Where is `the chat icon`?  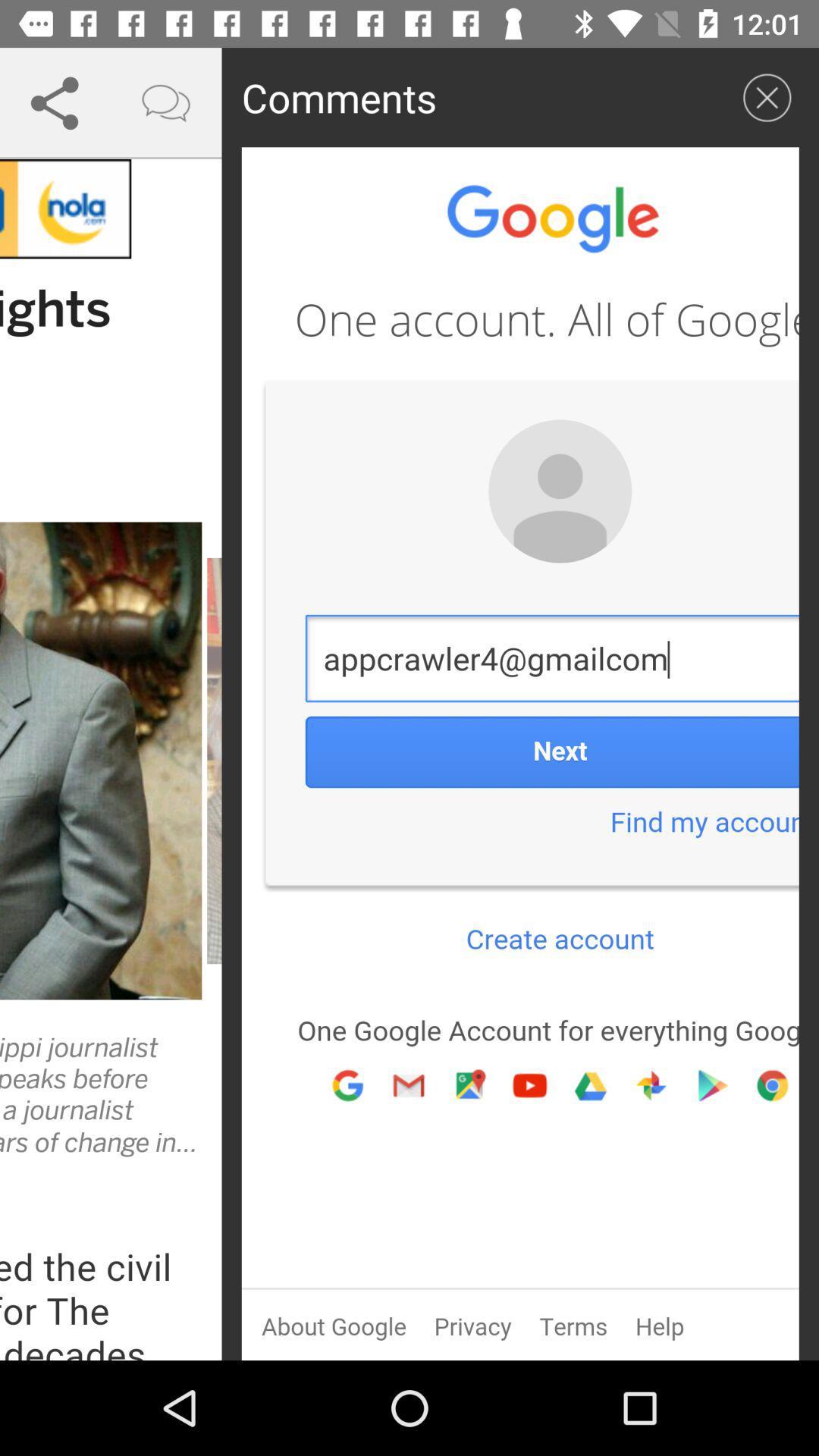
the chat icon is located at coordinates (166, 102).